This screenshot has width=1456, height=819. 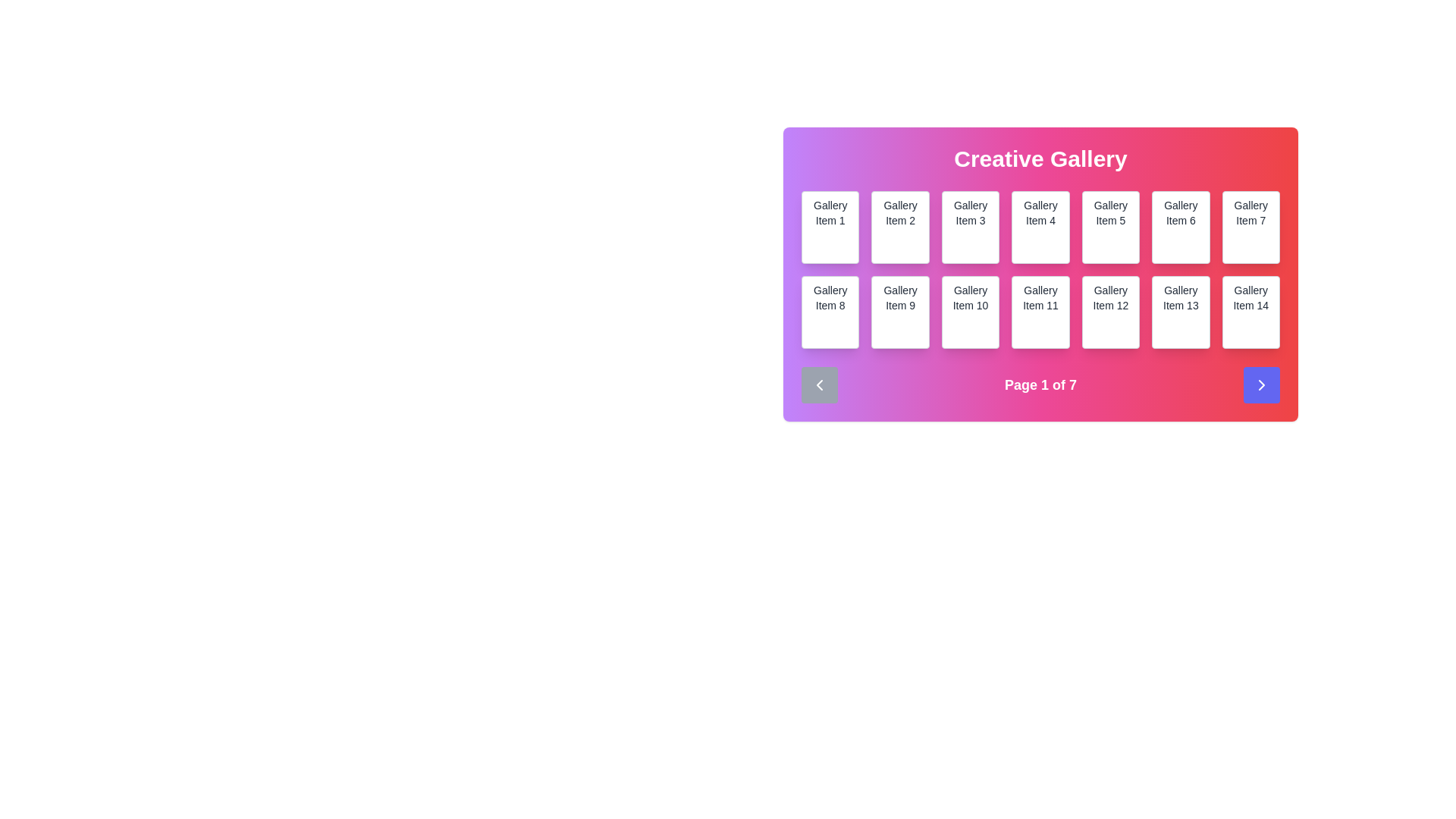 What do you see at coordinates (971, 312) in the screenshot?
I see `the Display Card located in the second row and third column of the gallery layout, which is visually informative and not interactive` at bounding box center [971, 312].